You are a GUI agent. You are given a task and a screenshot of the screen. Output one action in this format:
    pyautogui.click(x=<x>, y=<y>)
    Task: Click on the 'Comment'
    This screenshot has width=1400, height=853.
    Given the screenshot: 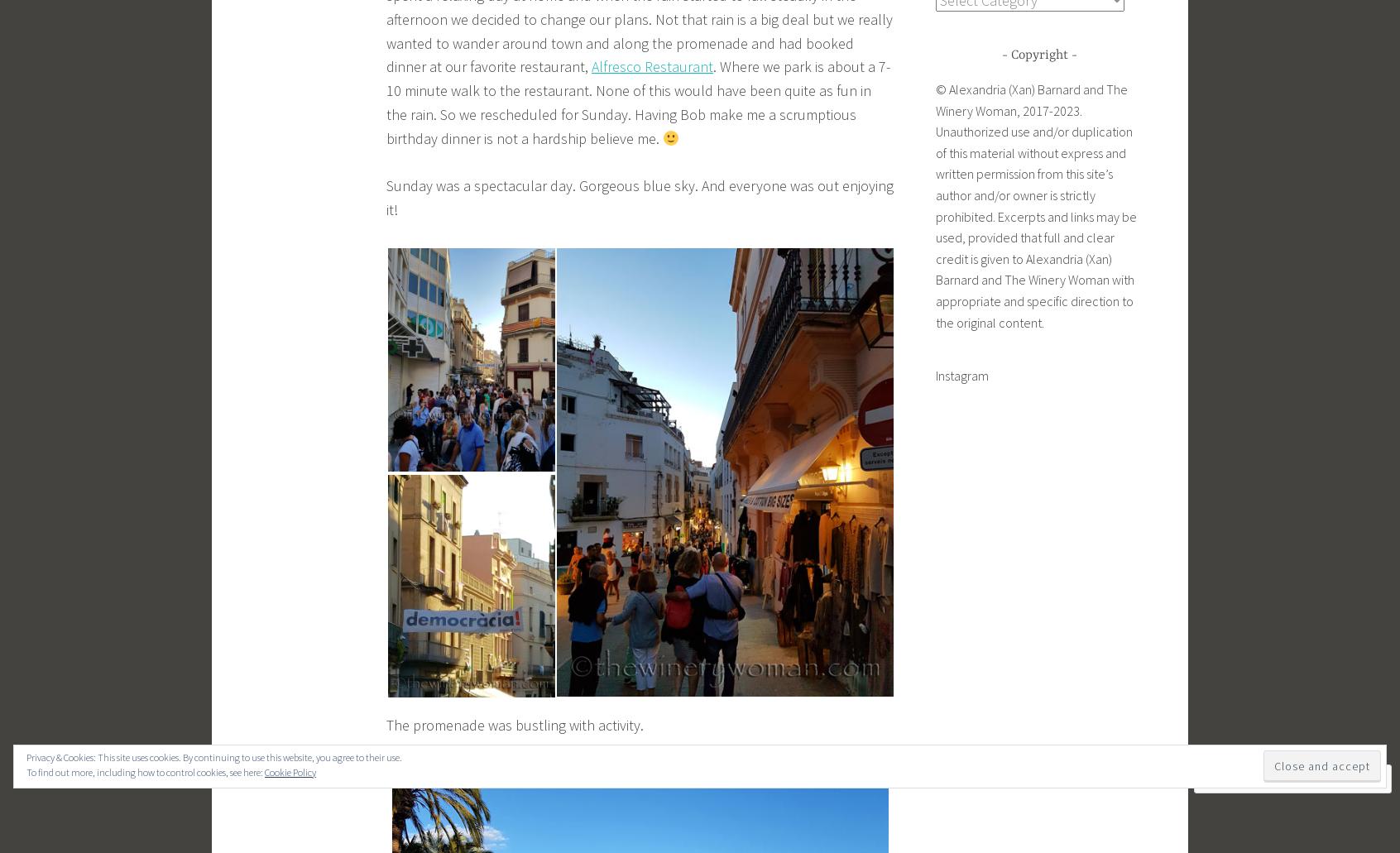 What is the action you would take?
    pyautogui.click(x=1249, y=778)
    